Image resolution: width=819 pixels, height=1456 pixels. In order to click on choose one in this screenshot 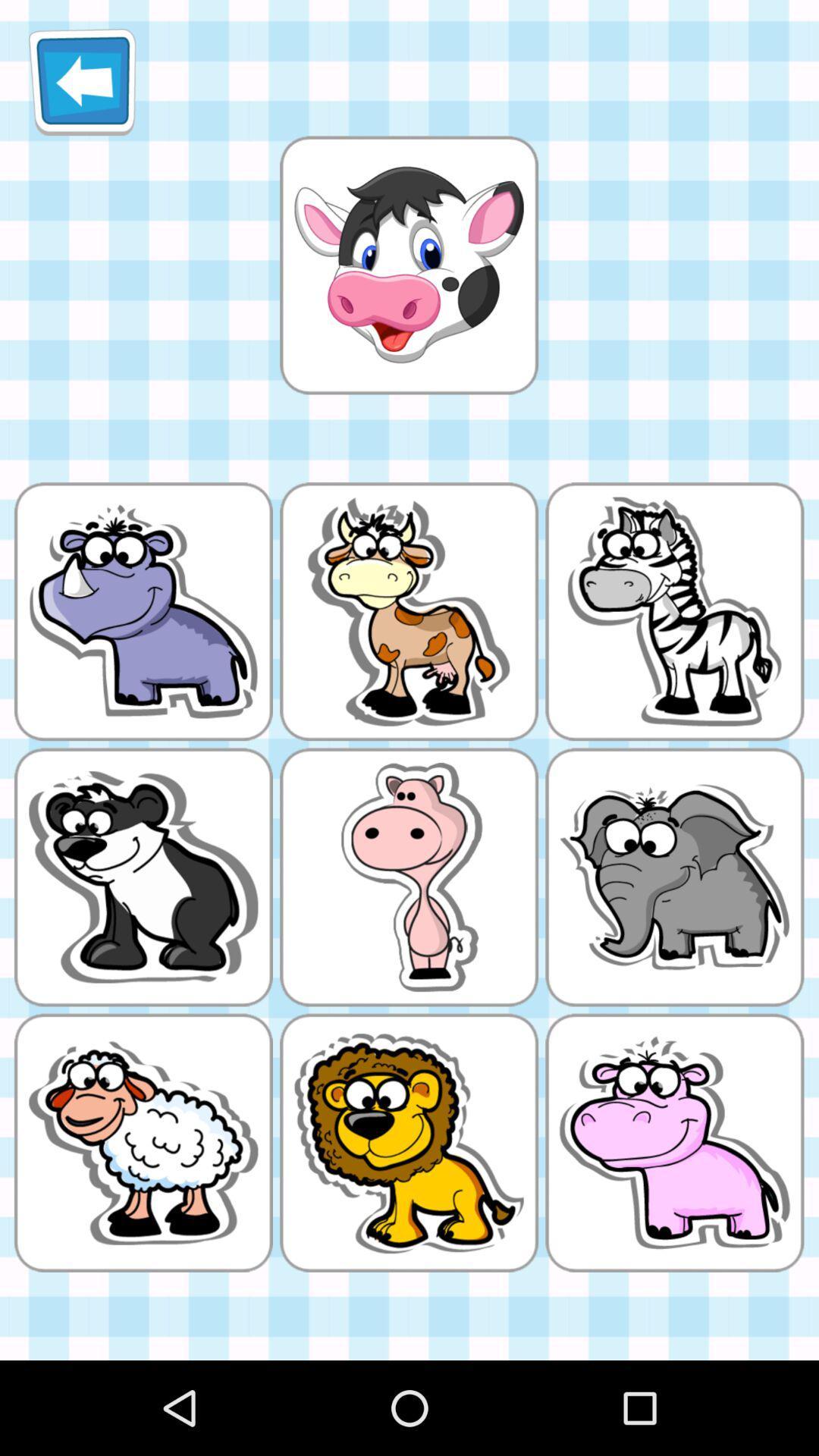, I will do `click(408, 265)`.